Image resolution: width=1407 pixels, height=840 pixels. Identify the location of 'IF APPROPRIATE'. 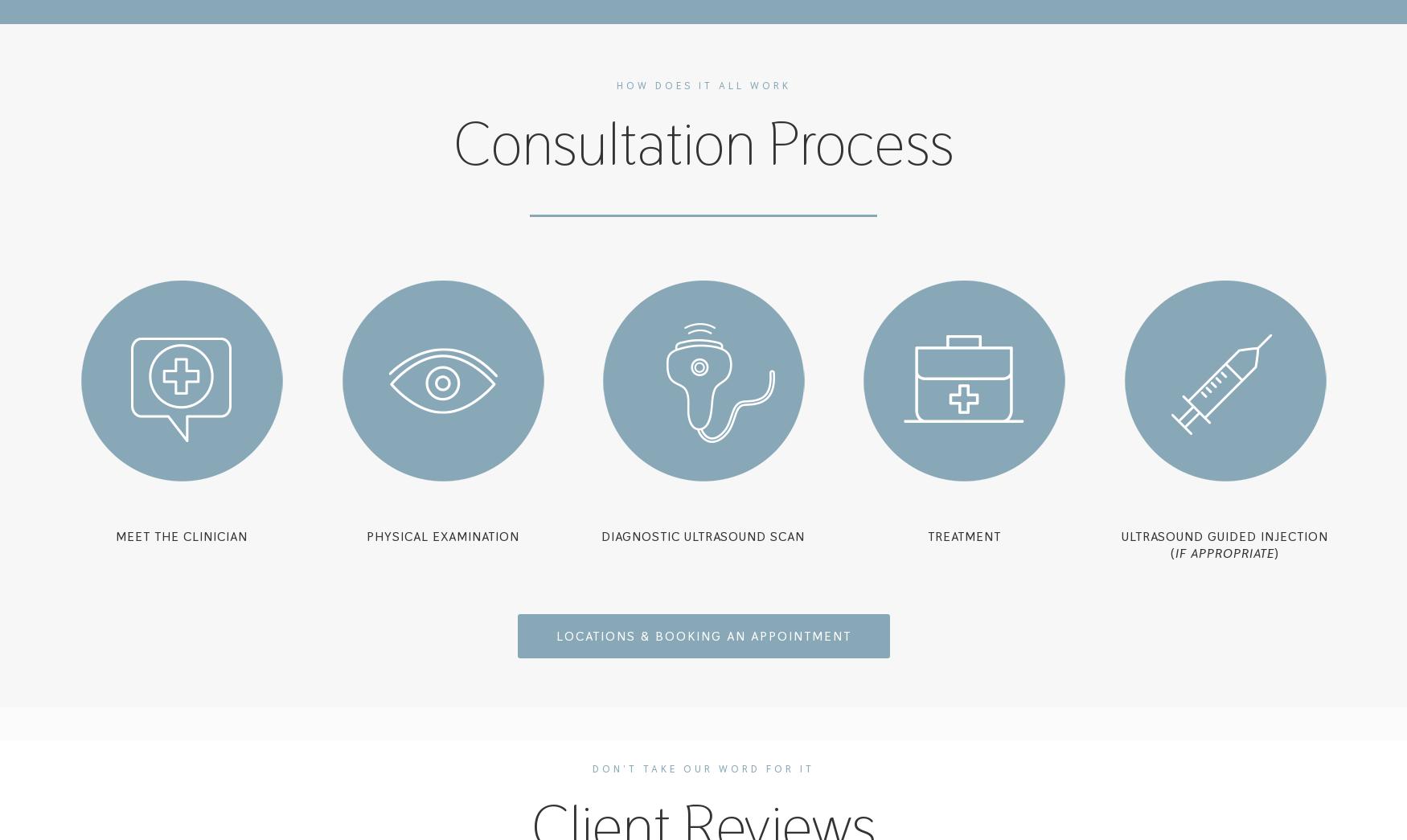
(1175, 552).